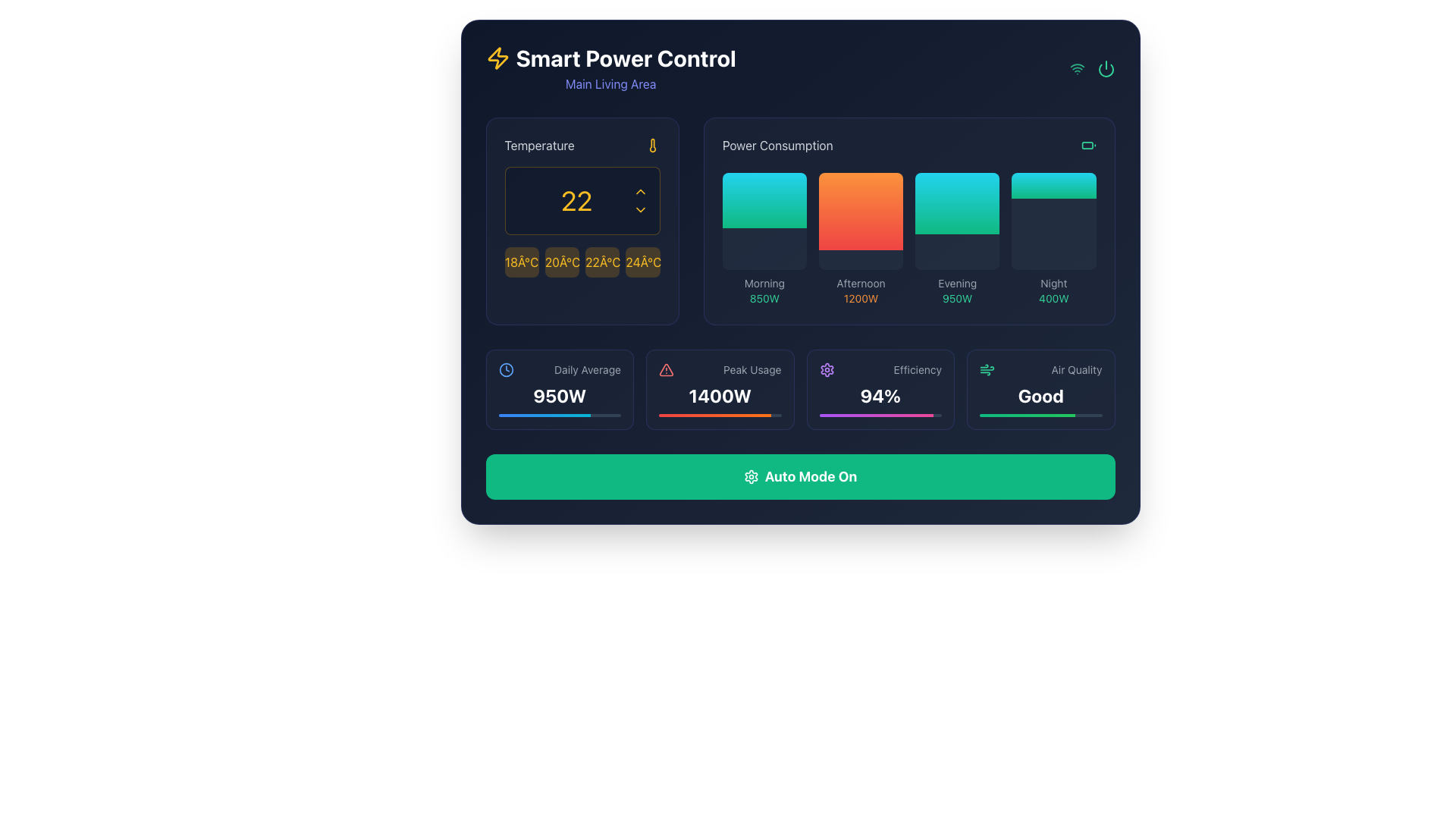 Image resolution: width=1456 pixels, height=819 pixels. What do you see at coordinates (666, 370) in the screenshot?
I see `the warning icon located in the 'Peak Usage' section, positioned to the left of the numerical value '1400W'` at bounding box center [666, 370].